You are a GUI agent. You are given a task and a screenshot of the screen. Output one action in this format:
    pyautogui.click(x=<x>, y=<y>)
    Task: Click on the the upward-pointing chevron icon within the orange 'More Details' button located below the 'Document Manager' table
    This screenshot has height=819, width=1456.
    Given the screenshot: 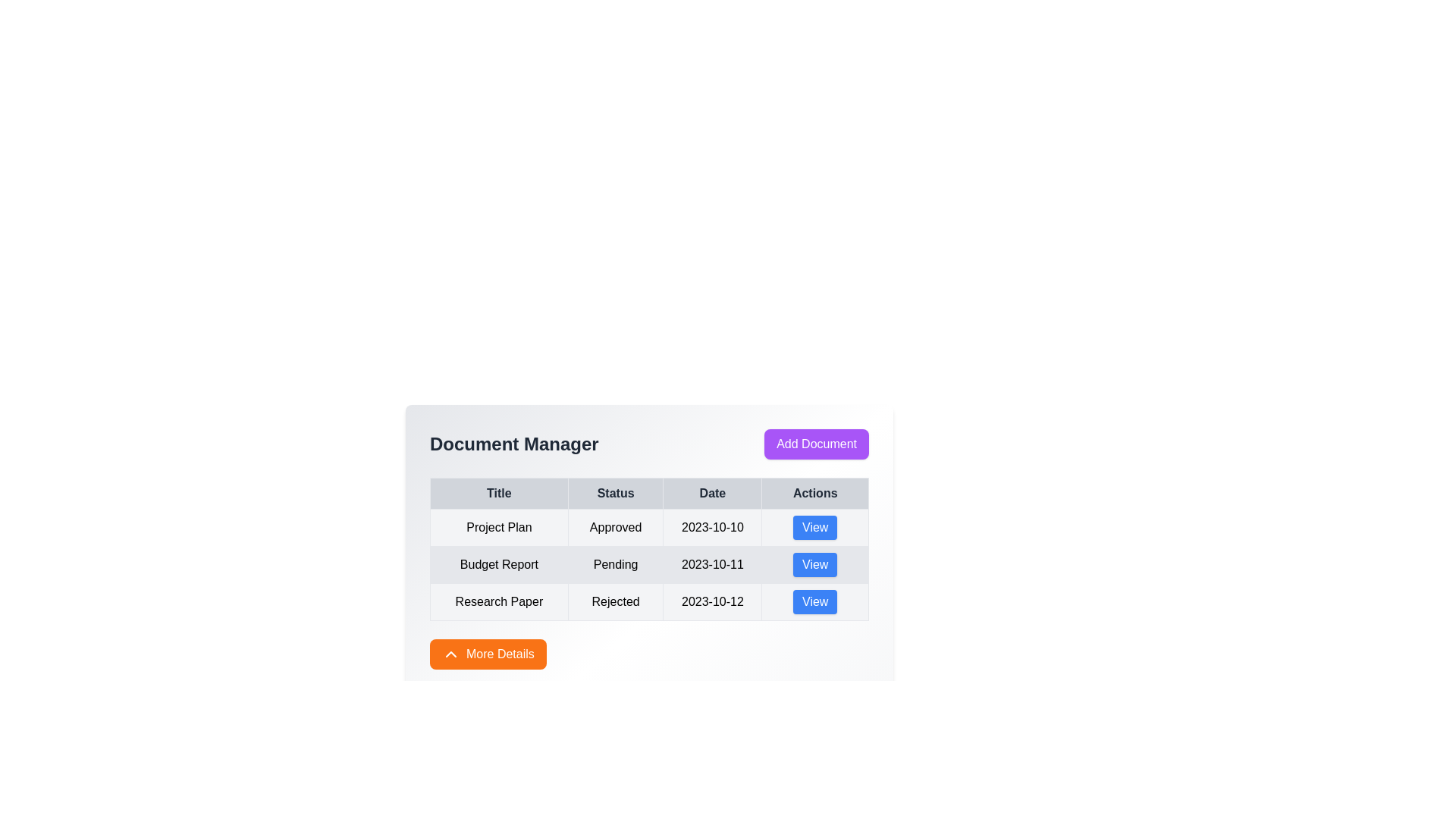 What is the action you would take?
    pyautogui.click(x=450, y=654)
    